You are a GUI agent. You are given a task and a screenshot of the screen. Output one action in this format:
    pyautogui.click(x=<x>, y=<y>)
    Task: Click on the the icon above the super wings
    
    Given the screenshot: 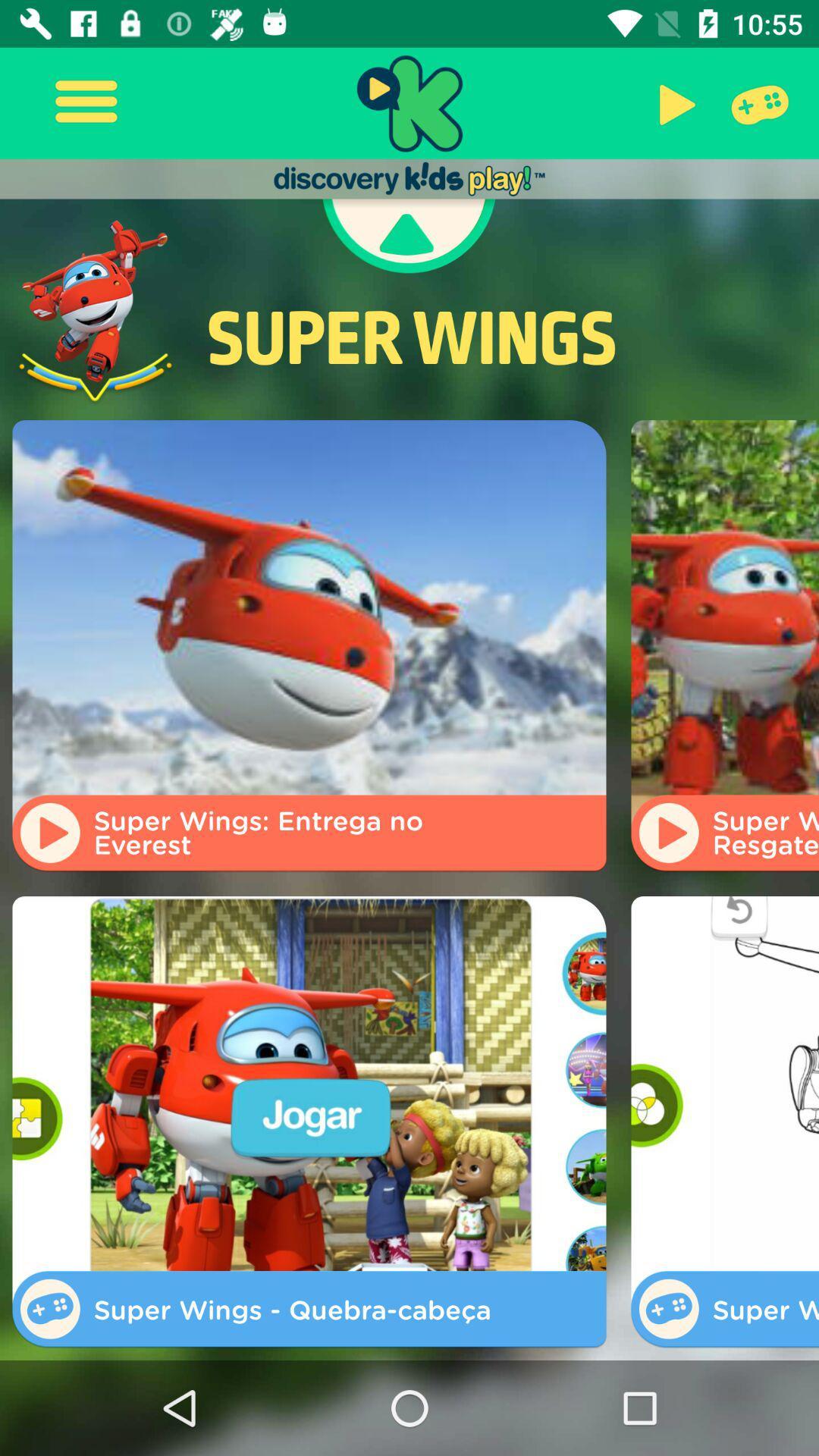 What is the action you would take?
    pyautogui.click(x=757, y=102)
    